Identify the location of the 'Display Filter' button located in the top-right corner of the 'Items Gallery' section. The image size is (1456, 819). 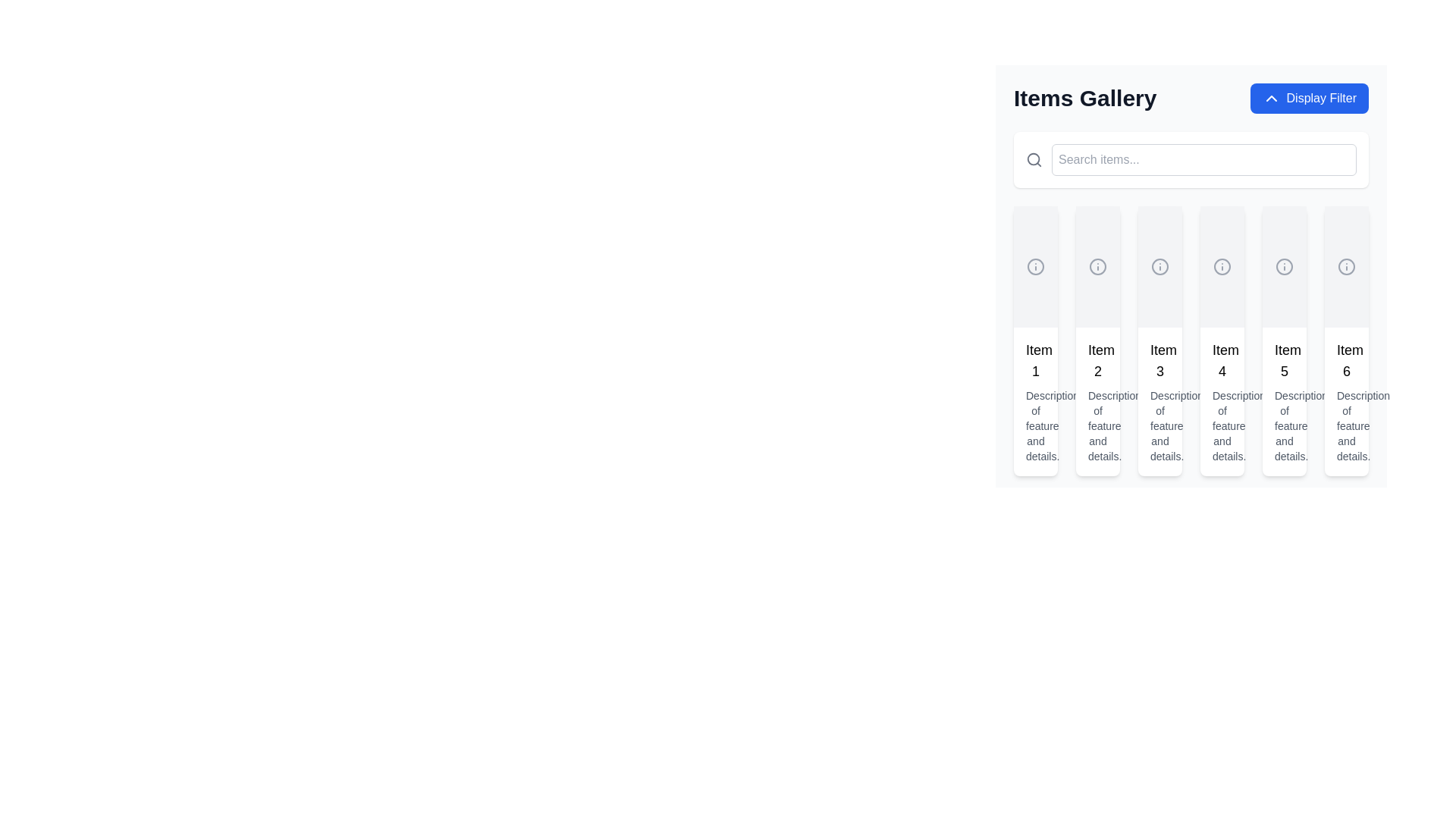
(1308, 99).